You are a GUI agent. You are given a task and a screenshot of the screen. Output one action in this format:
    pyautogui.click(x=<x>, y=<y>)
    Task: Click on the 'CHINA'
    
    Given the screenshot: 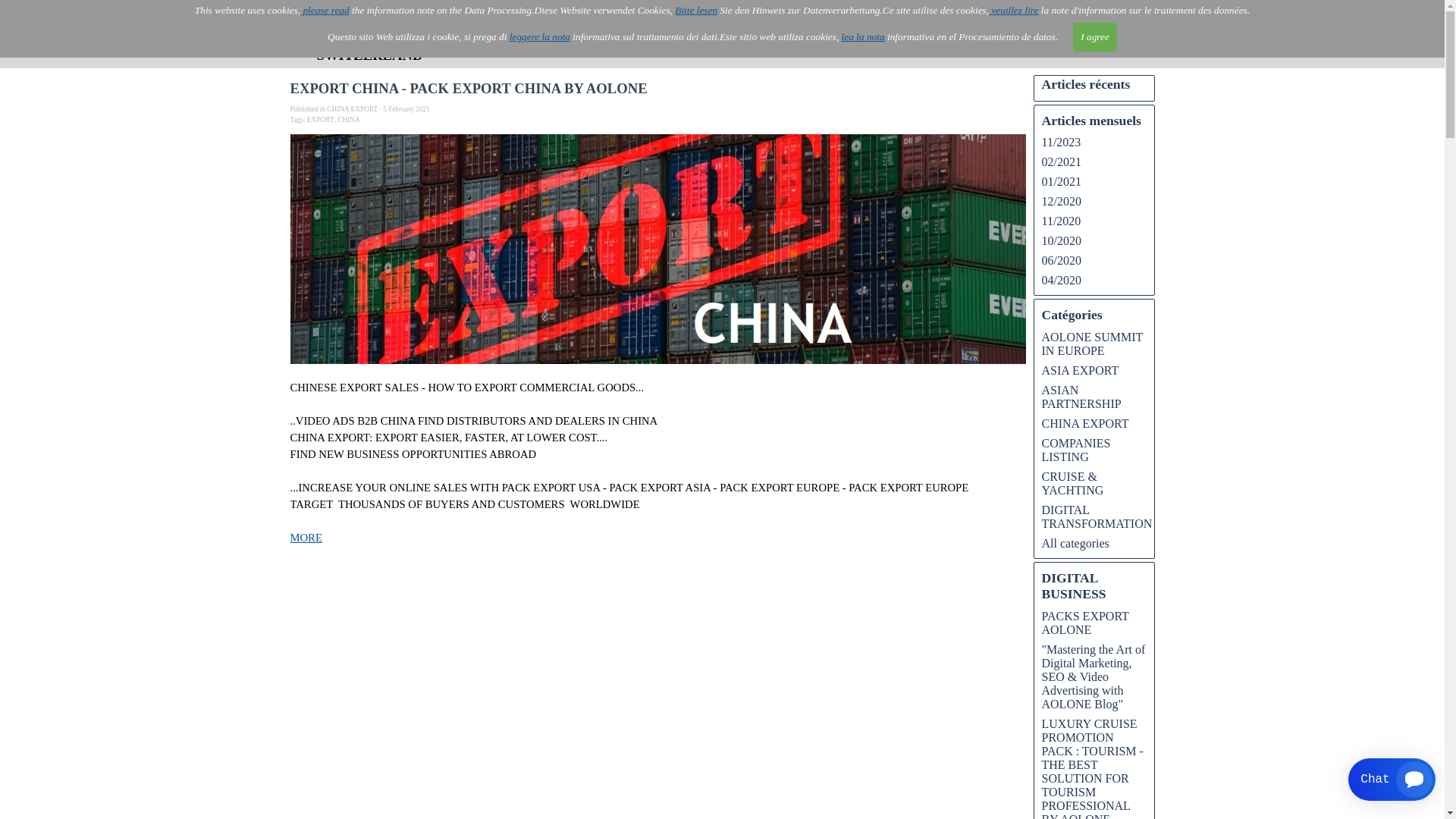 What is the action you would take?
    pyautogui.click(x=348, y=119)
    